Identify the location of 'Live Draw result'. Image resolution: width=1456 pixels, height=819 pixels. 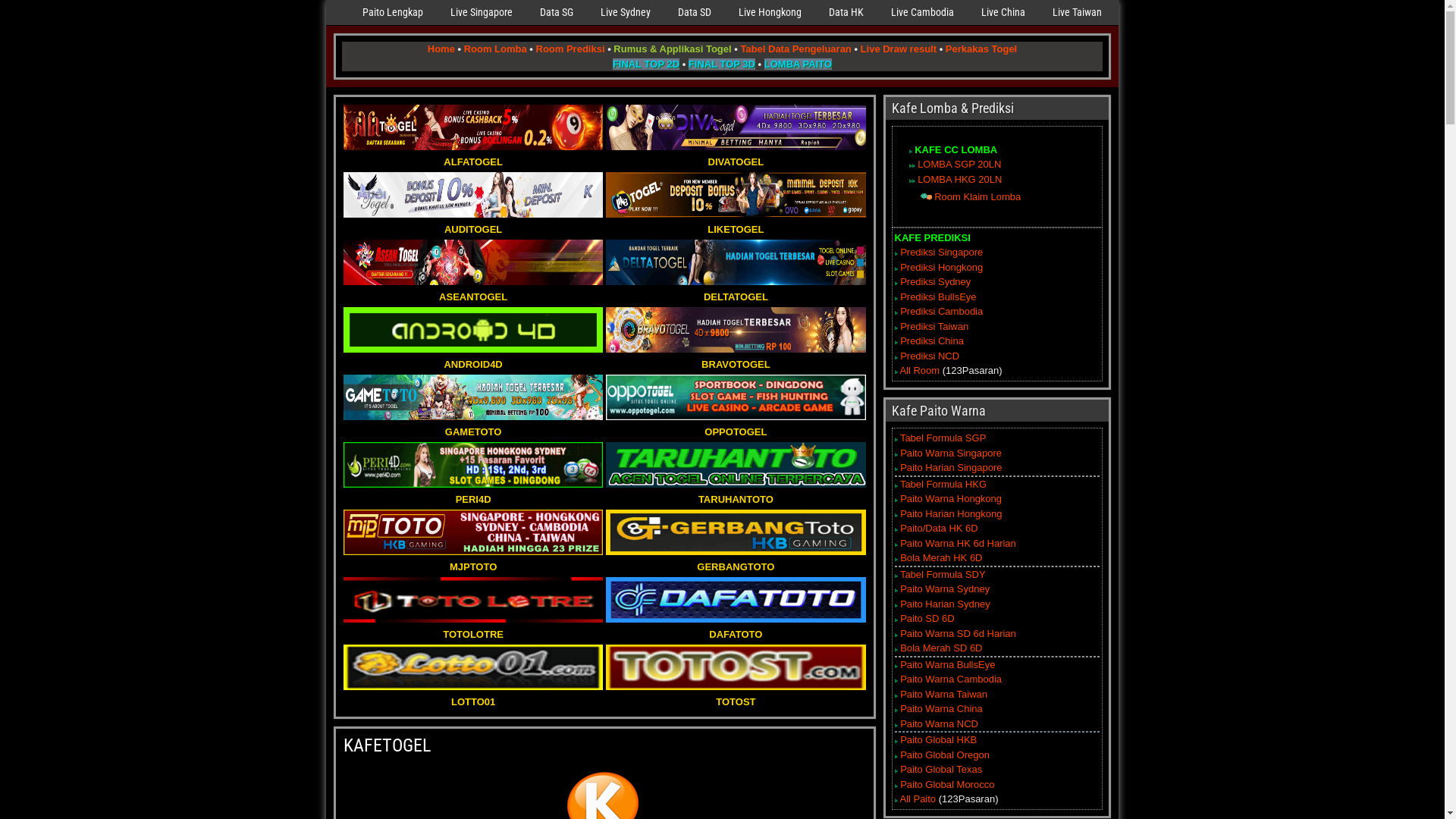
(899, 48).